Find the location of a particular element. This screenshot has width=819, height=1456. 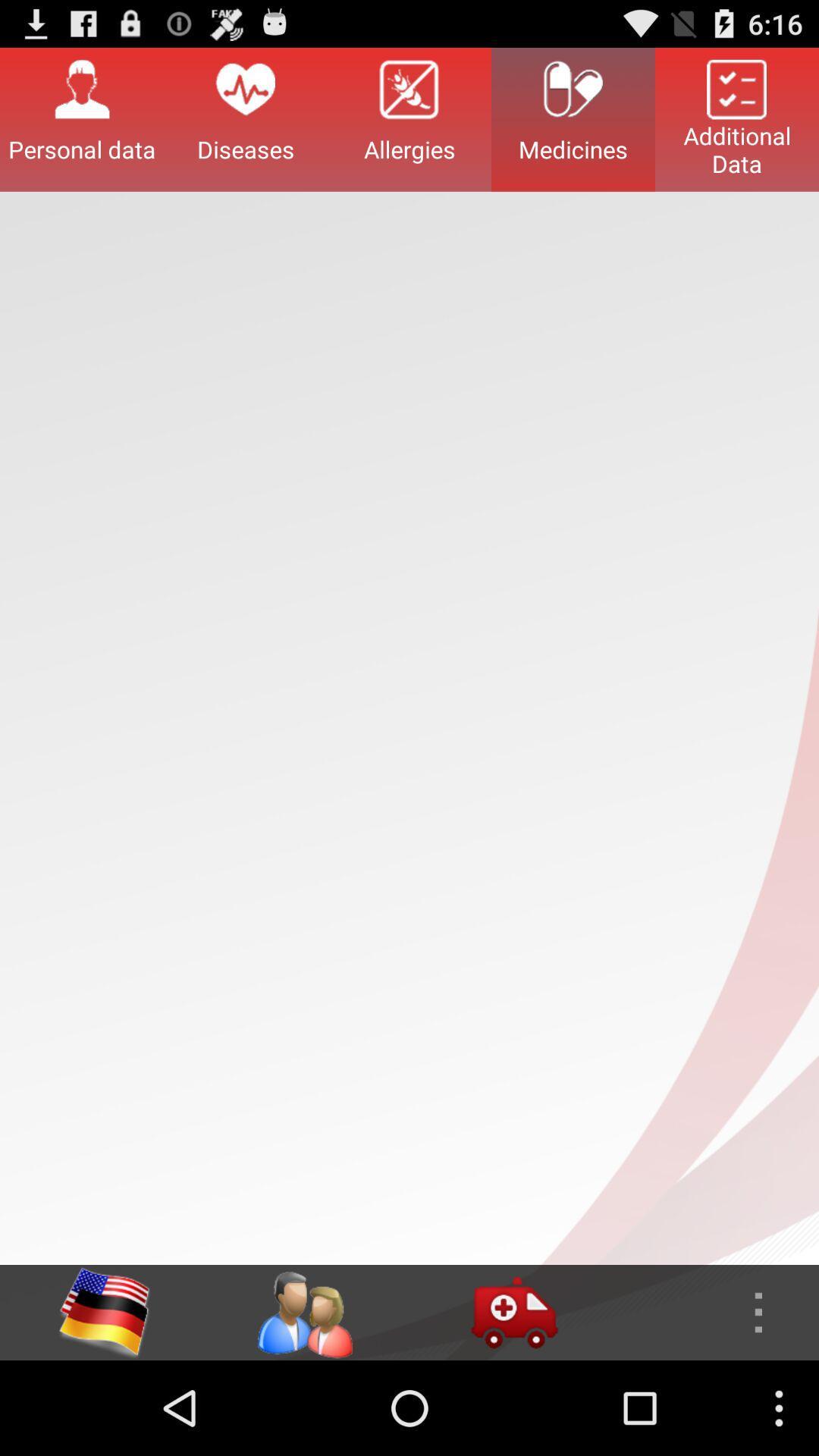

item next to the medicines button is located at coordinates (736, 118).